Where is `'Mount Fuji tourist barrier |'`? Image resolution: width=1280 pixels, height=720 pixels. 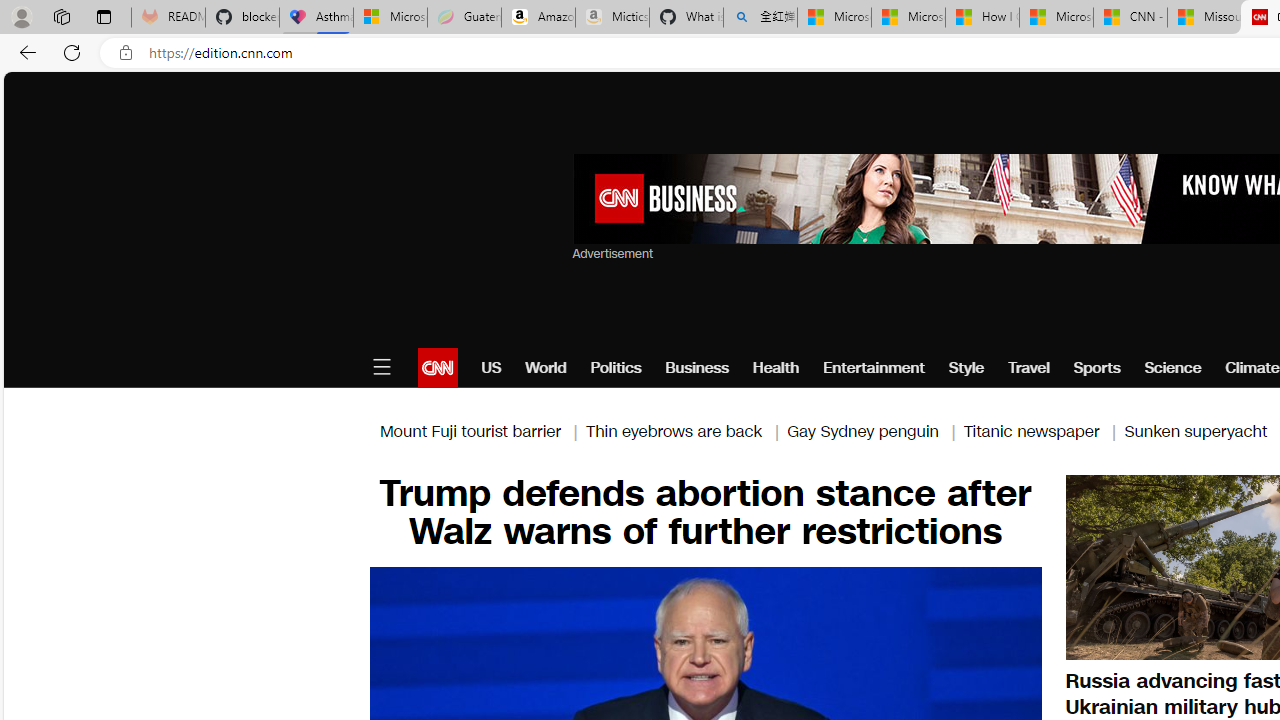
'Mount Fuji tourist barrier |' is located at coordinates (482, 430).